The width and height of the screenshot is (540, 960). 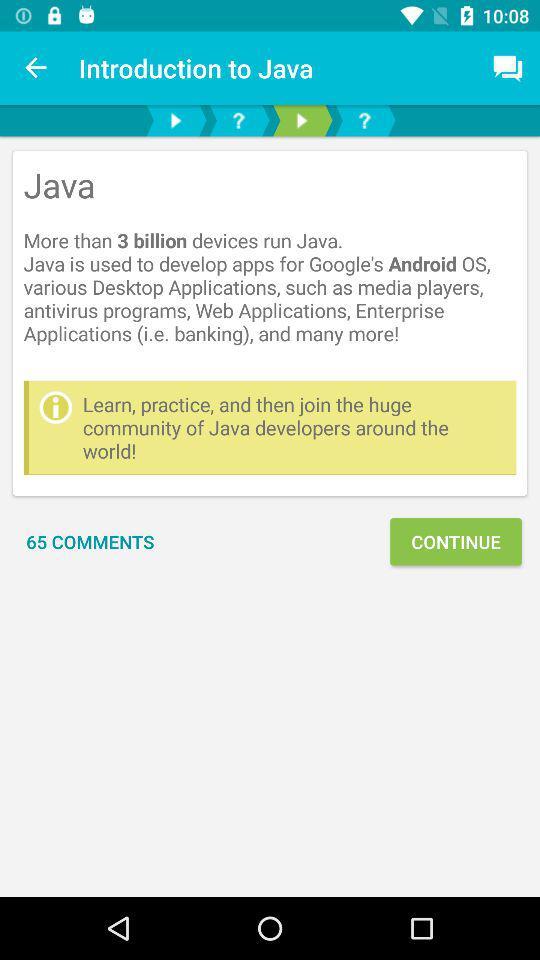 What do you see at coordinates (455, 541) in the screenshot?
I see `item to the right of 65 comments` at bounding box center [455, 541].